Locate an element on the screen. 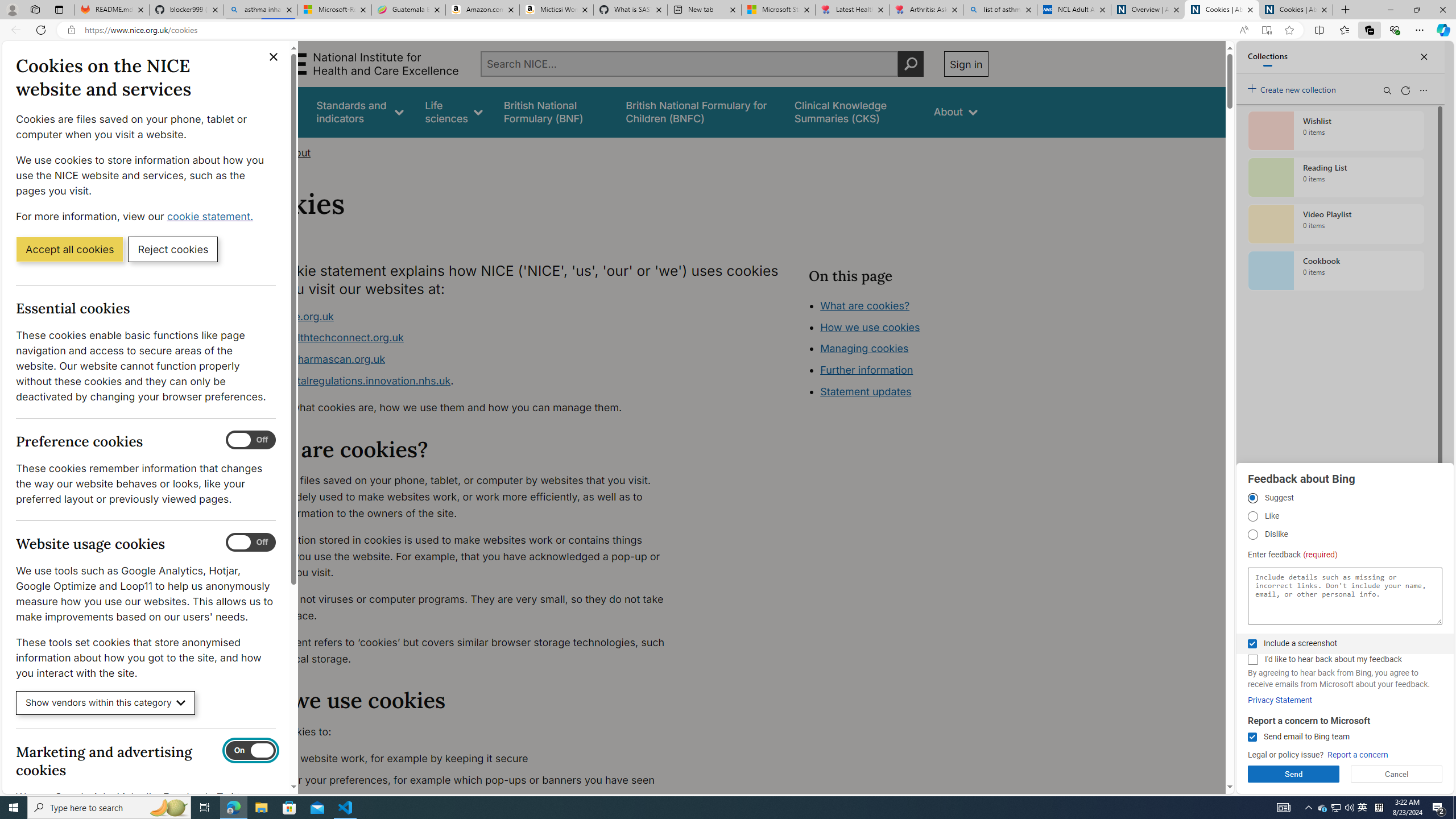 The image size is (1456, 819). 'Home>' is located at coordinates (258, 152).